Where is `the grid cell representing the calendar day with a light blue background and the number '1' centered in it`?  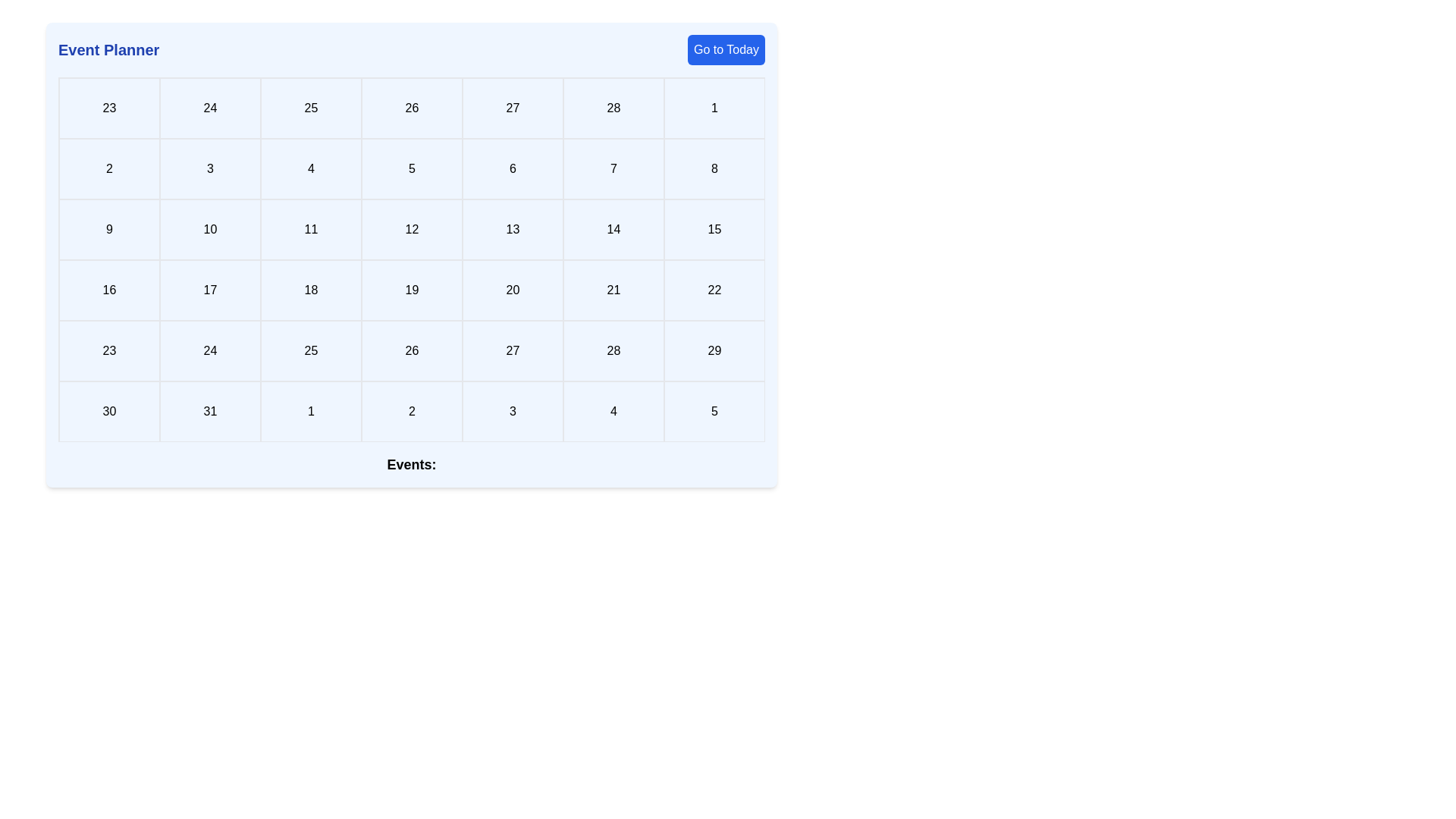
the grid cell representing the calendar day with a light blue background and the number '1' centered in it is located at coordinates (714, 107).